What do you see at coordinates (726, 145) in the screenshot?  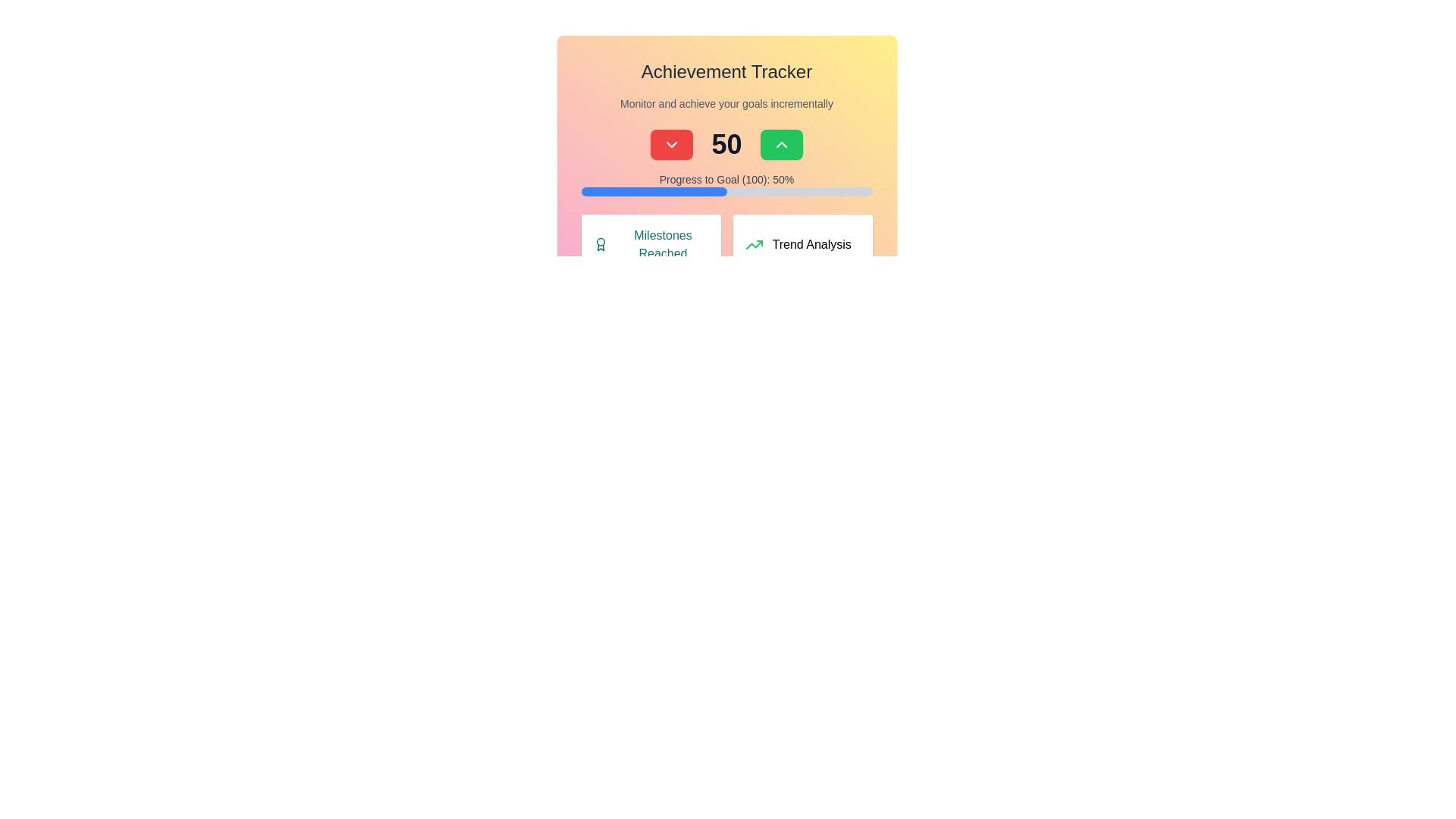 I see `the bold, large-sized text displaying the number '50', which is centrally aligned in the upper-middle section of the interface below the title 'Achievement Tracker'` at bounding box center [726, 145].